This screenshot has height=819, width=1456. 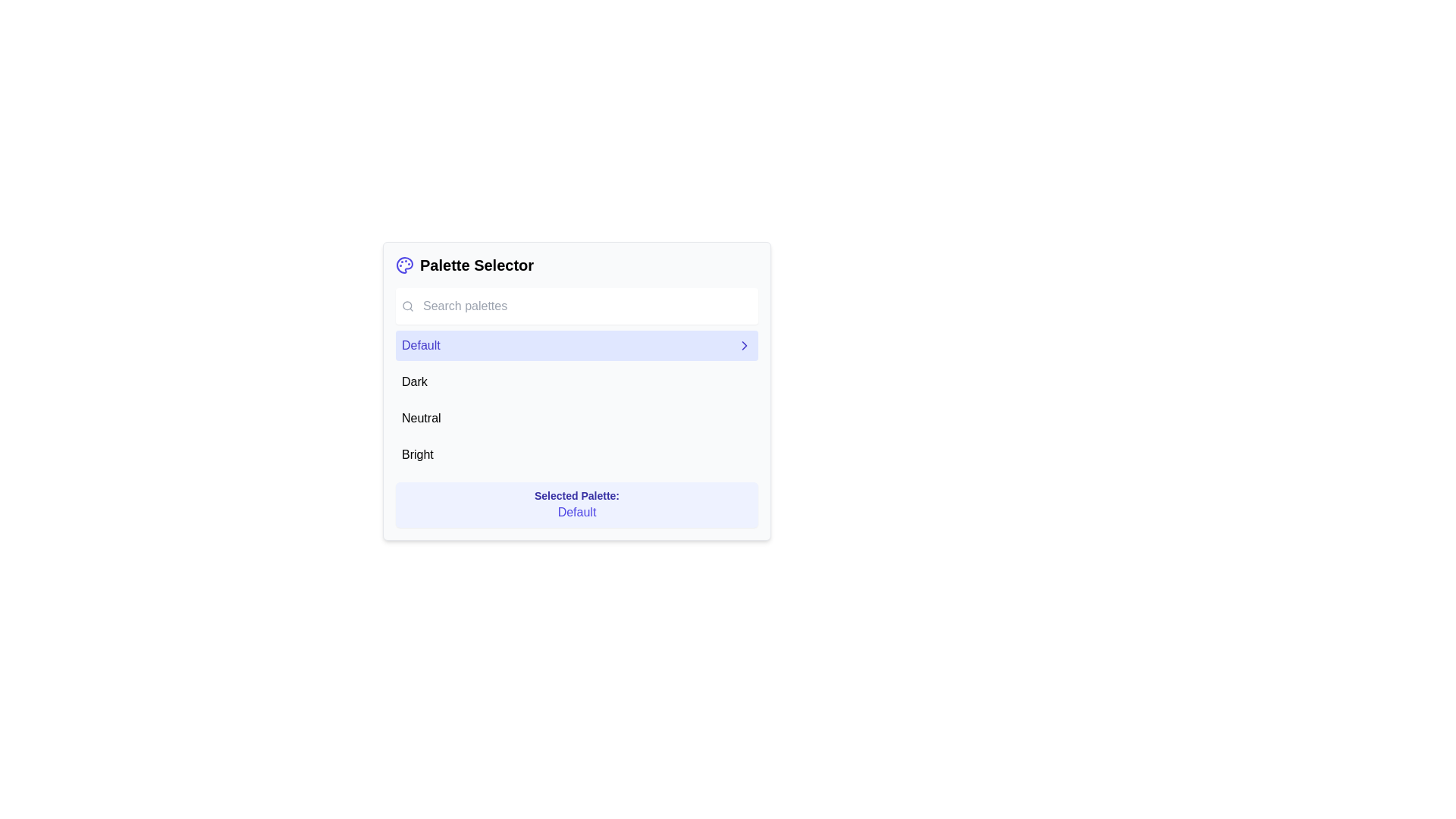 I want to click on the chevron icon located within the interactive area of the 'Default' item in the palette selector, so click(x=745, y=345).